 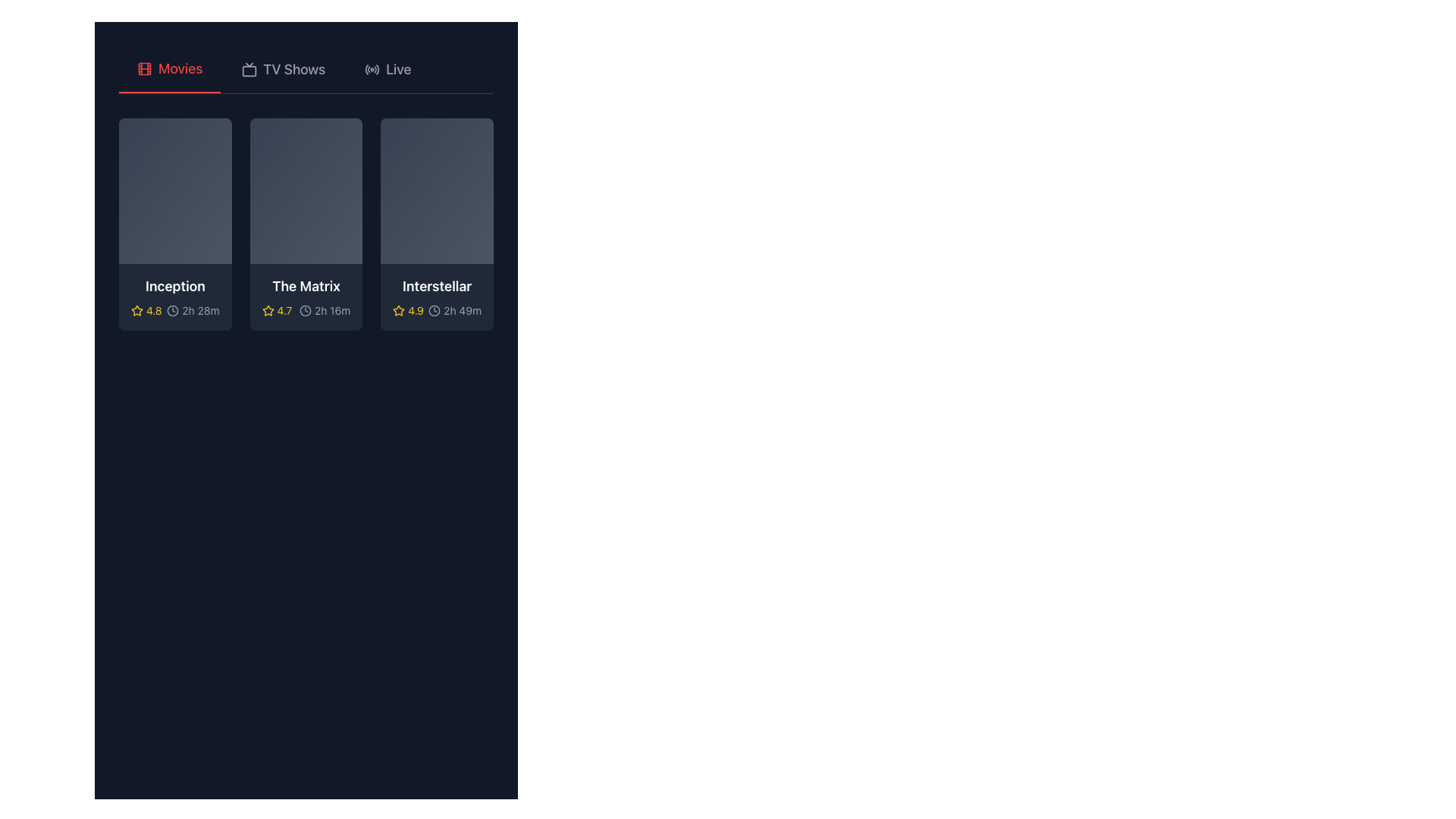 I want to click on time duration label '2h 16m' associated with the clock icon in the second movie card below 'The Matrix', so click(x=324, y=309).